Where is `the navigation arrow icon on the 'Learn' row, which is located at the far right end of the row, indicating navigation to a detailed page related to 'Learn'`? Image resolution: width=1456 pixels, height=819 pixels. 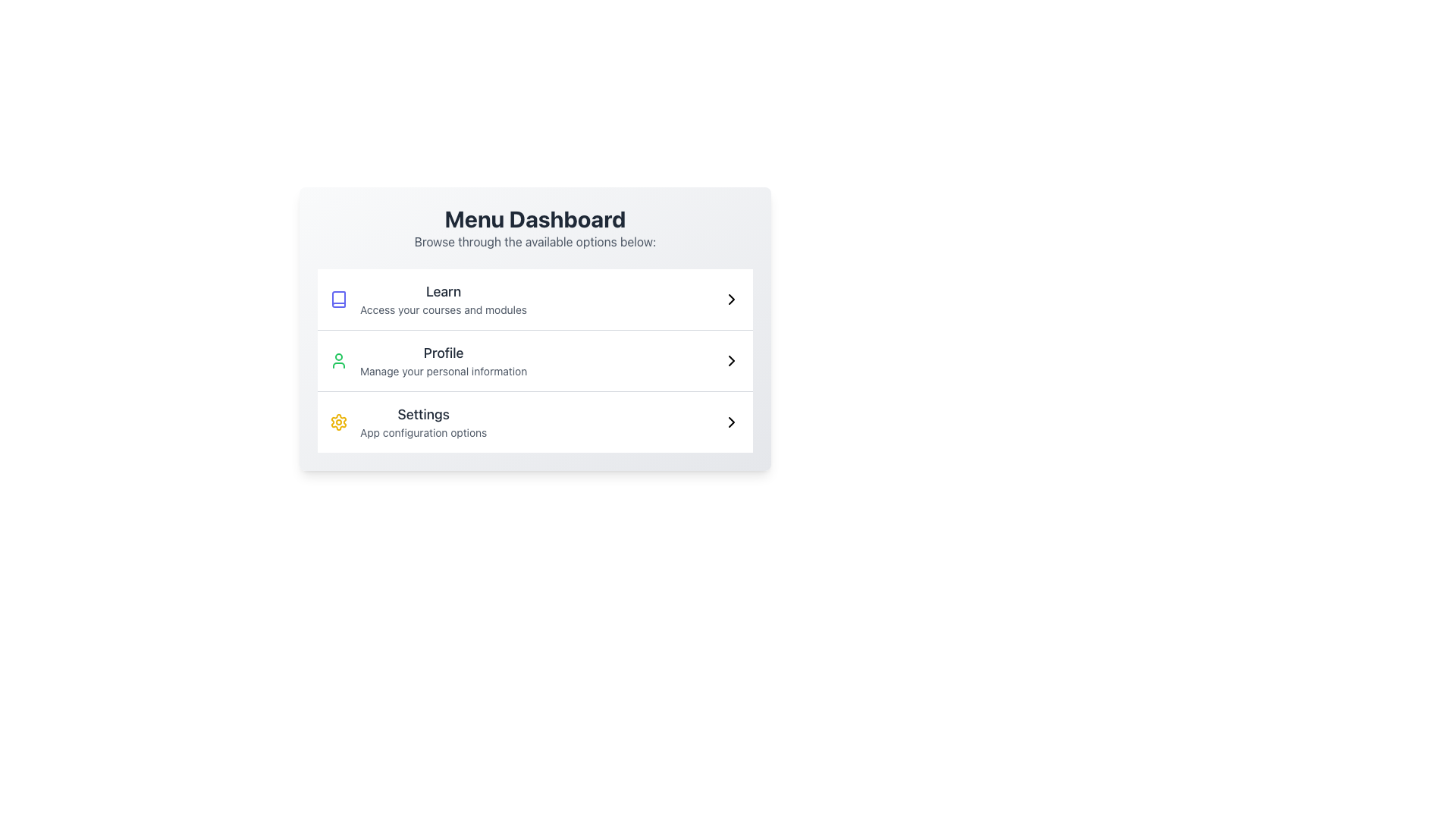 the navigation arrow icon on the 'Learn' row, which is located at the far right end of the row, indicating navigation to a detailed page related to 'Learn' is located at coordinates (731, 299).